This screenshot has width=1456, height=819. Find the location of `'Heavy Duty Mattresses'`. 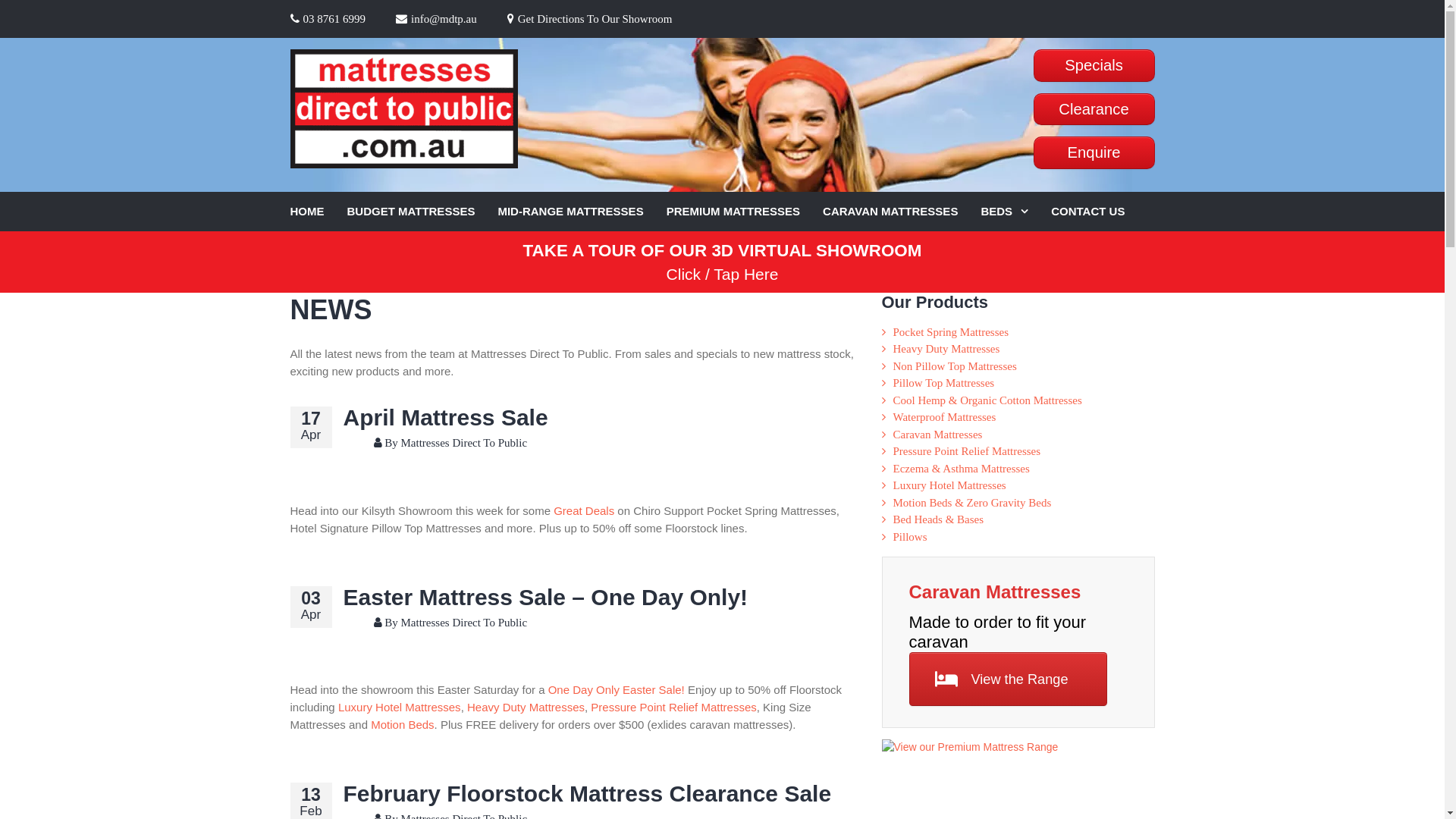

'Heavy Duty Mattresses' is located at coordinates (466, 707).